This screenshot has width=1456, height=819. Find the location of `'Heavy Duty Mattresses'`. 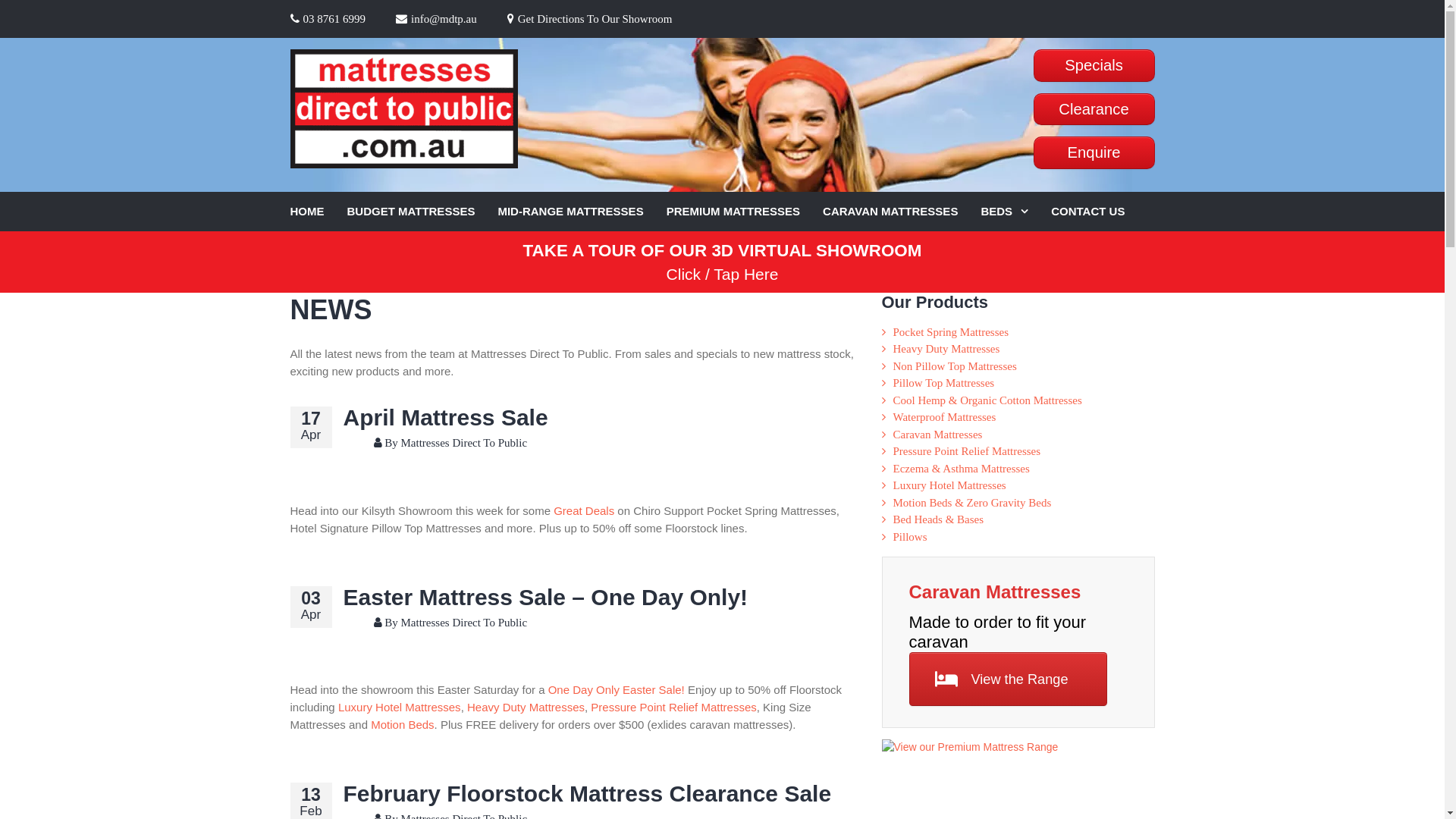

'Heavy Duty Mattresses' is located at coordinates (466, 707).